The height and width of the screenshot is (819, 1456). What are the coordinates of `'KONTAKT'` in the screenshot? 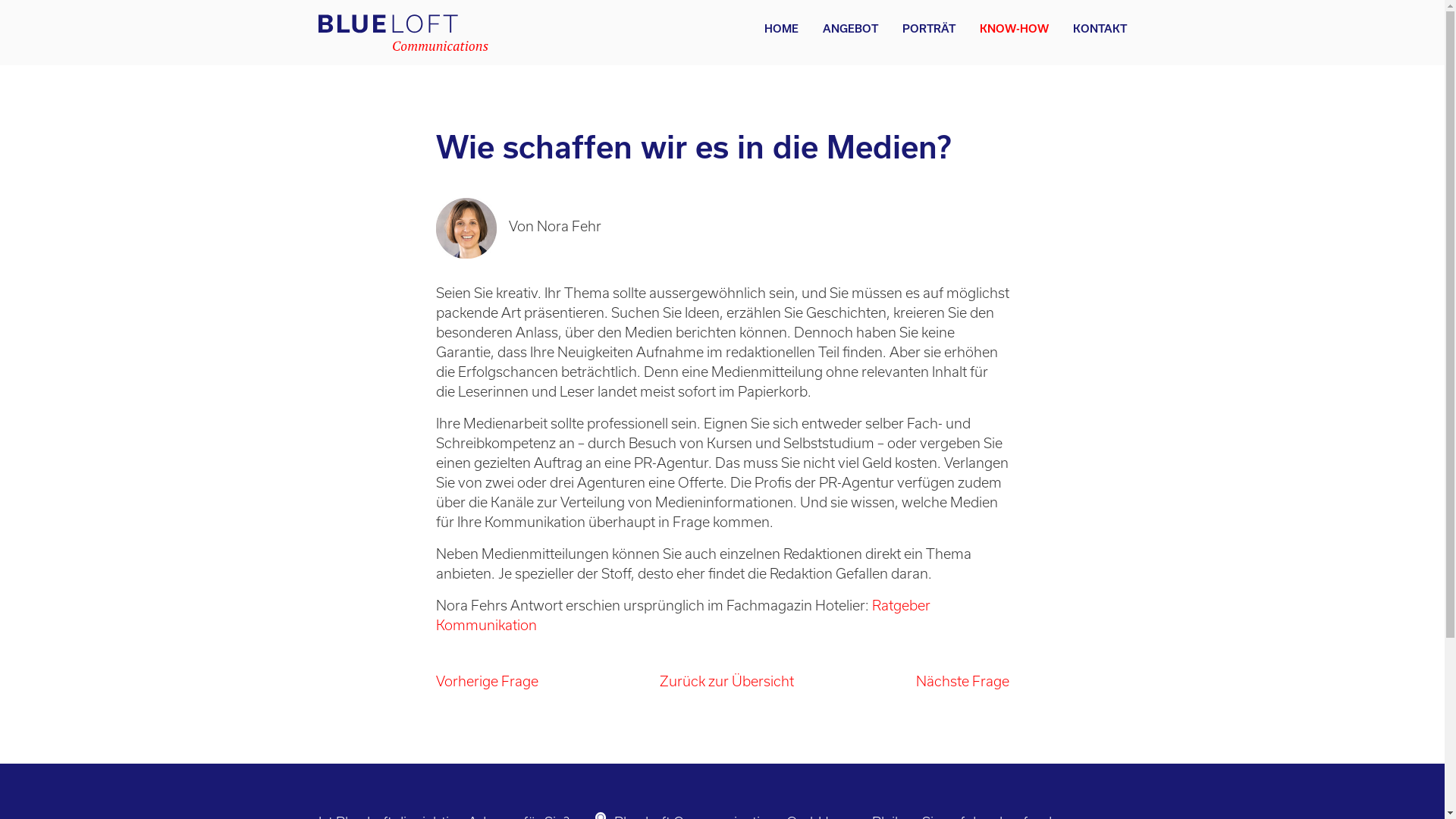 It's located at (1093, 29).